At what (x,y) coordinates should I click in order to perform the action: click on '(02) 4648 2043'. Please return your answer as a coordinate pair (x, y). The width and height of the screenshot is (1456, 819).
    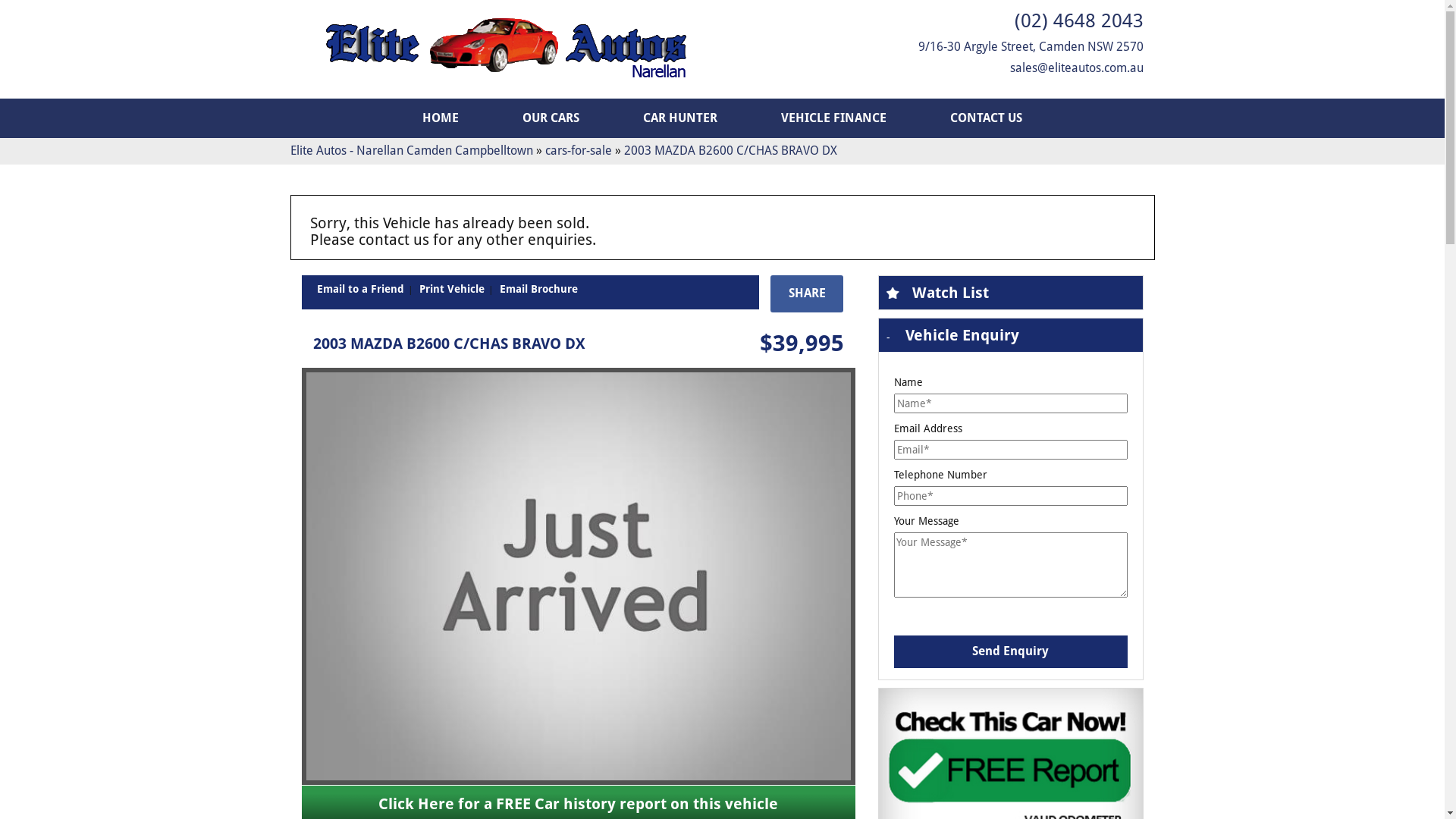
    Looking at the image, I should click on (1015, 20).